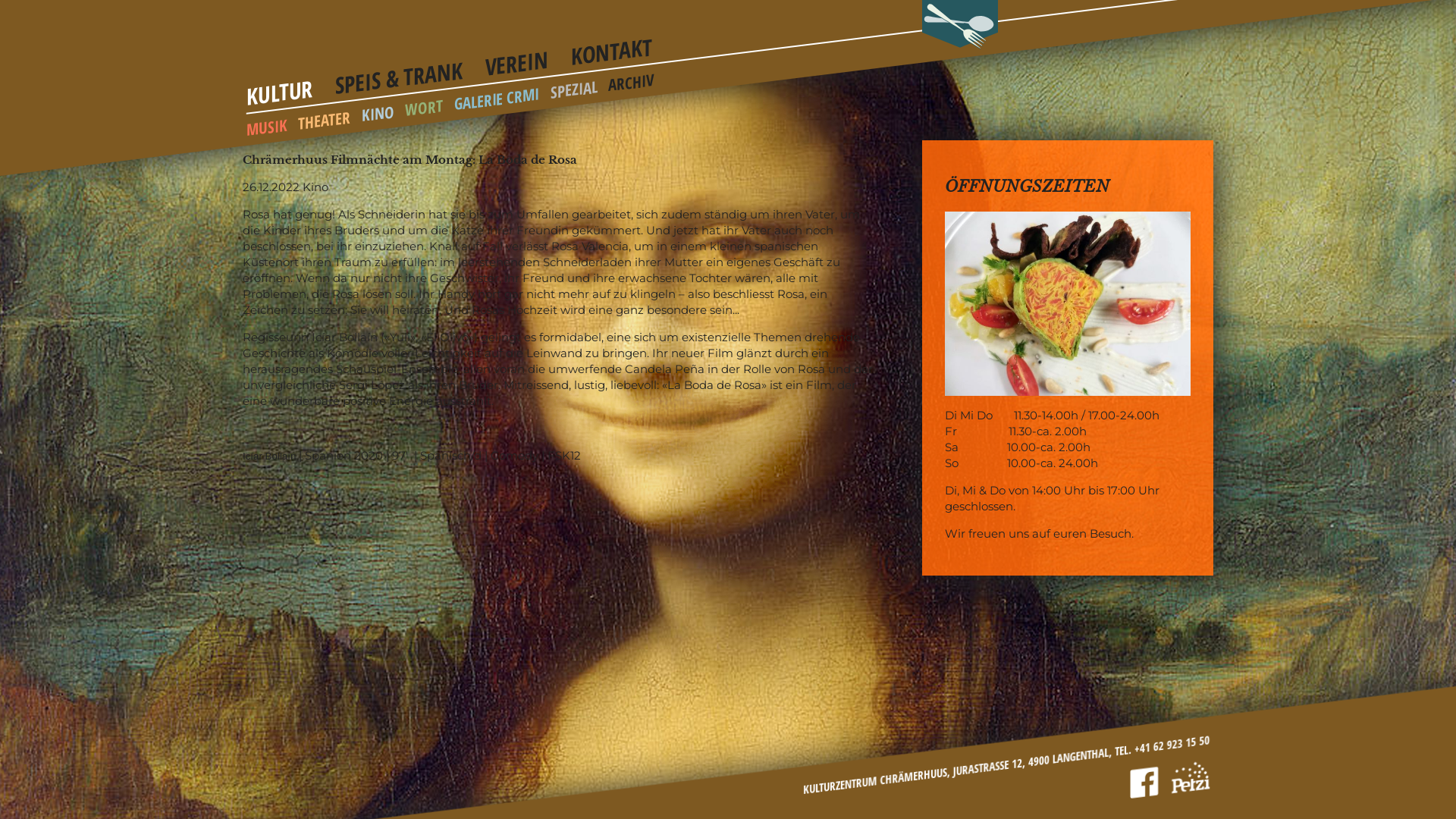 The image size is (1456, 819). Describe the element at coordinates (1128, 780) in the screenshot. I see `'Facebook'` at that location.